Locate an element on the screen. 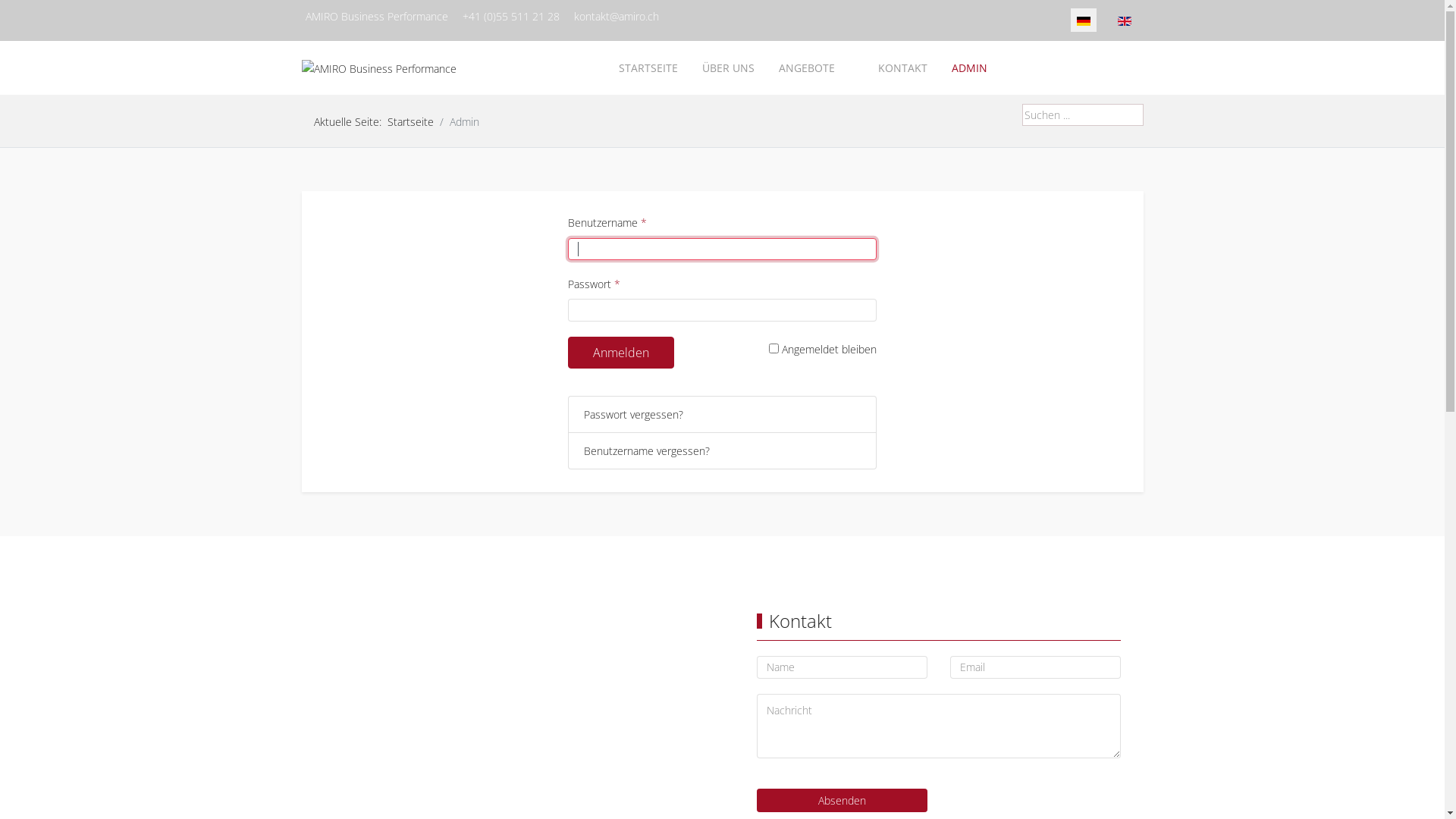  'KONTAKT' is located at coordinates (902, 67).